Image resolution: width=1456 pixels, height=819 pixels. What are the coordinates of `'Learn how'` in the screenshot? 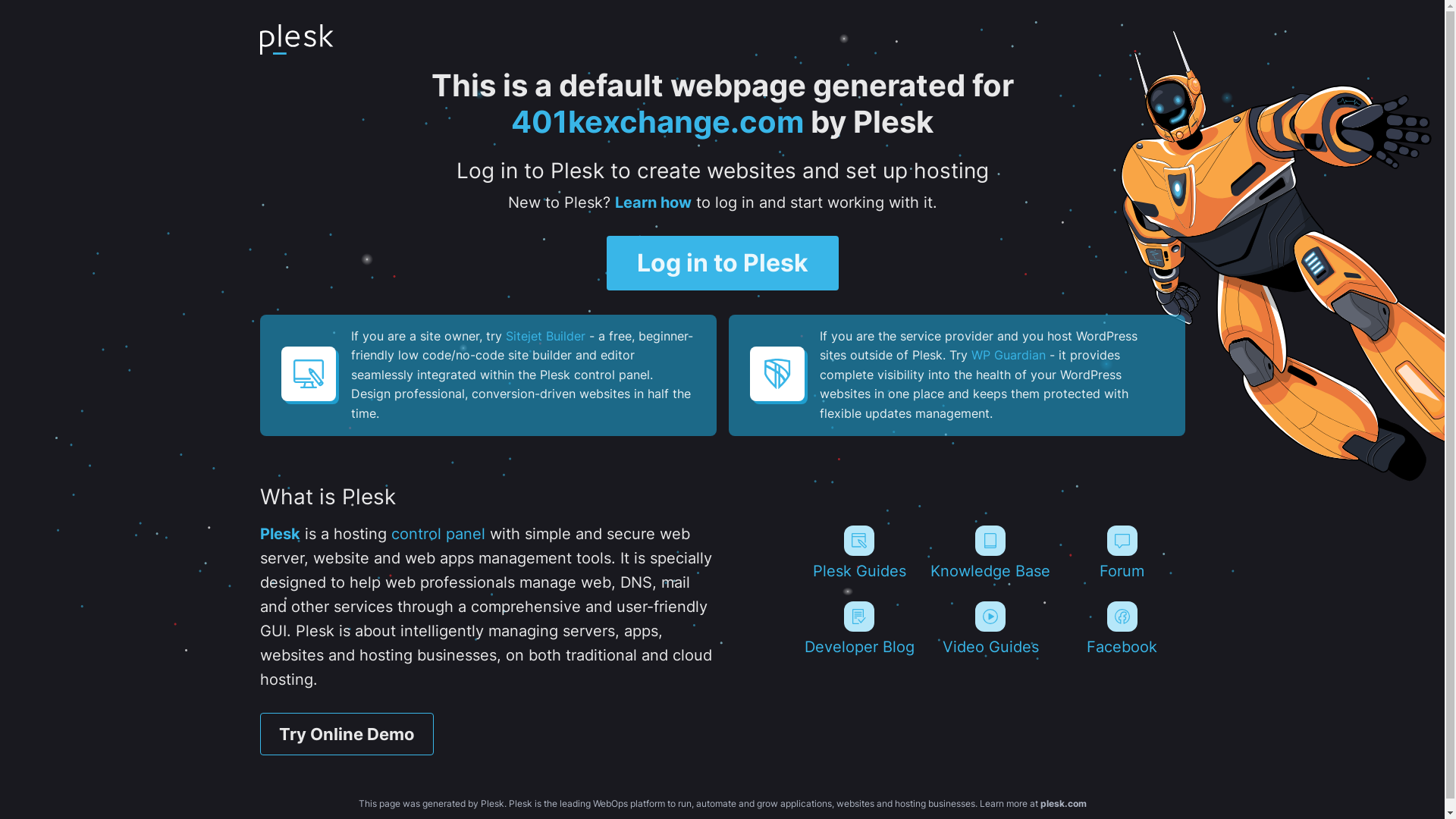 It's located at (652, 201).